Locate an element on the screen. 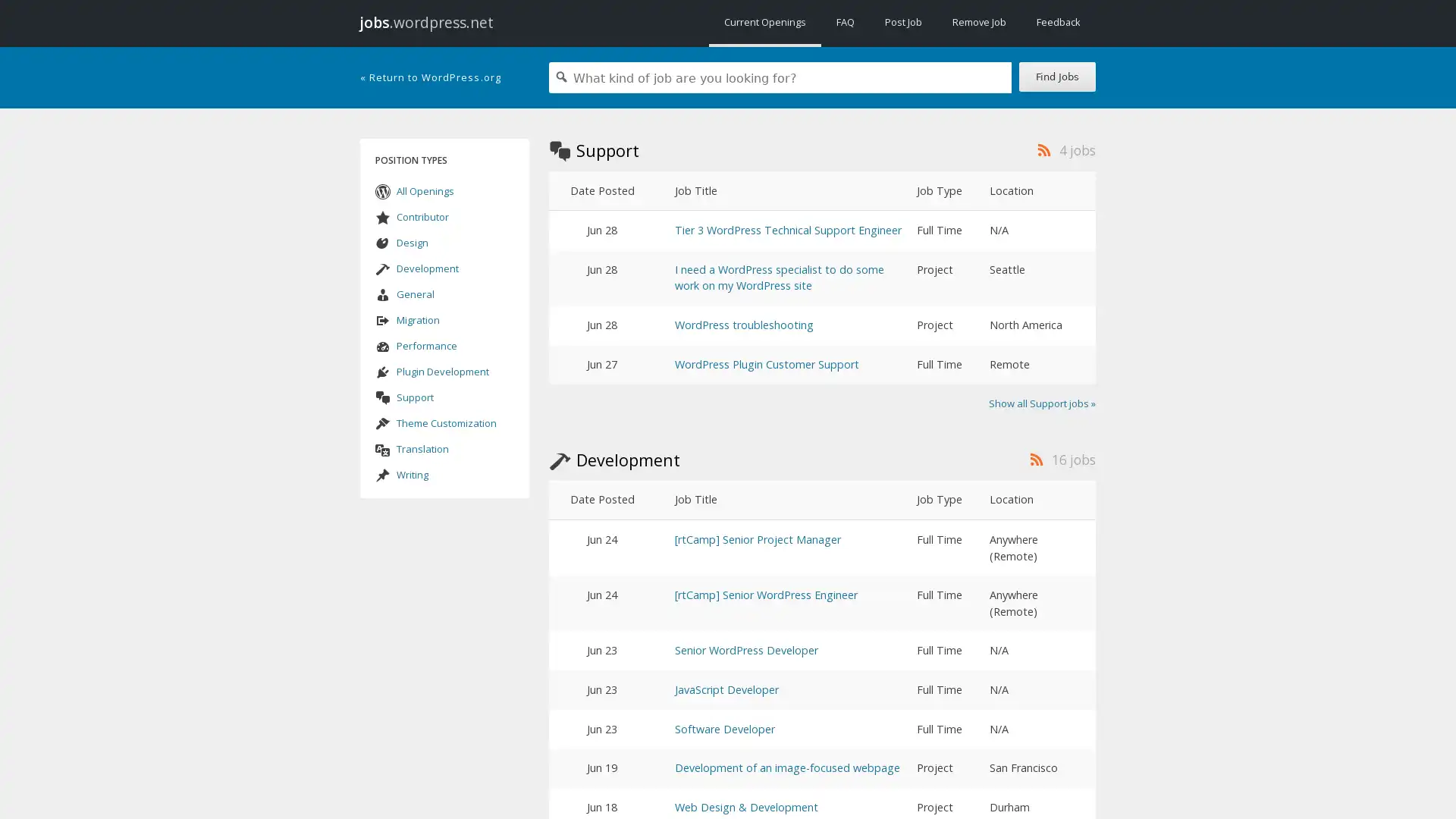 The width and height of the screenshot is (1456, 819). Find Jobs is located at coordinates (1056, 76).